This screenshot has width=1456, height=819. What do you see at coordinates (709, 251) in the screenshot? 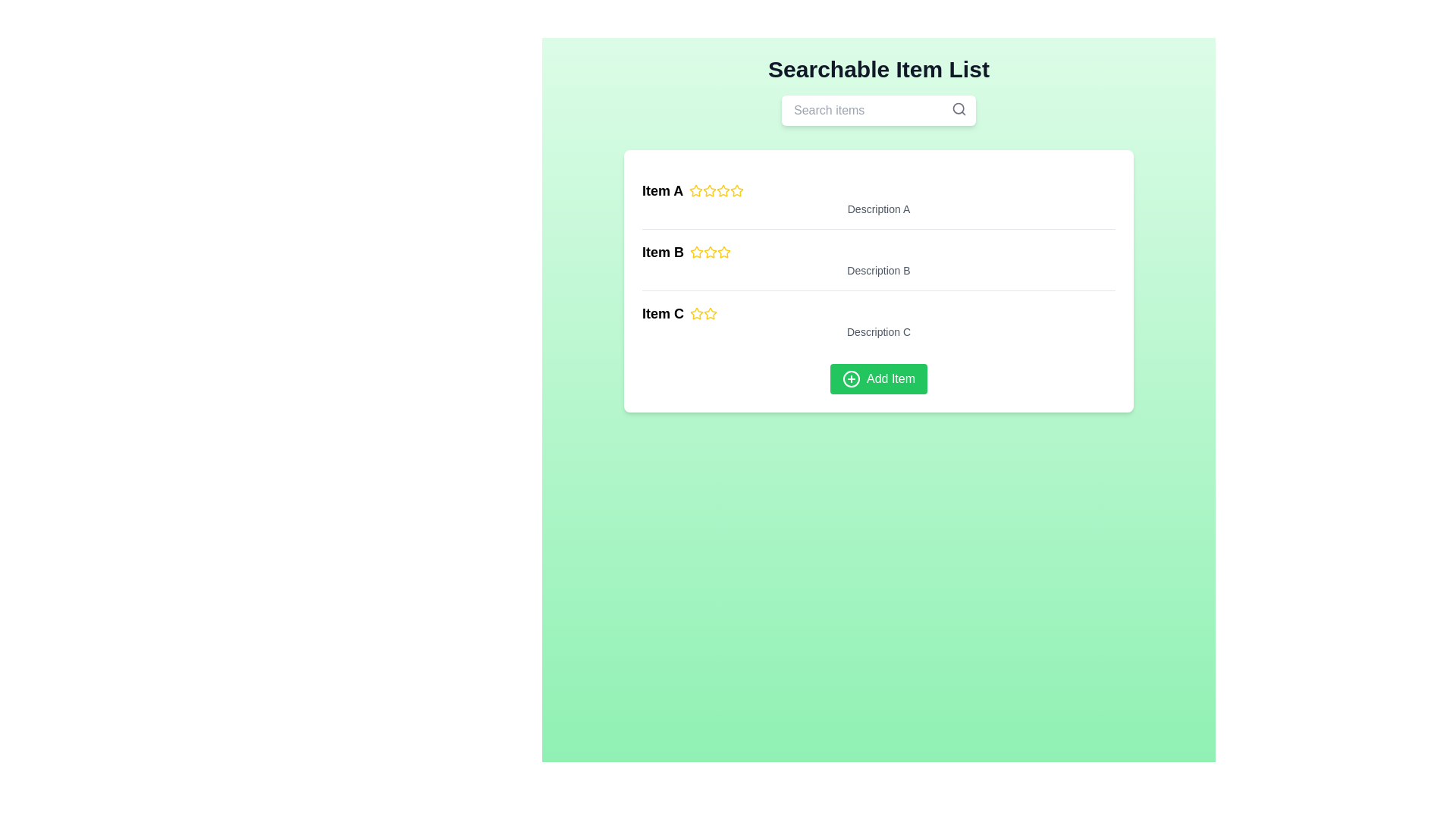
I see `the second star in the rating section to set a rating for 'Item B'` at bounding box center [709, 251].